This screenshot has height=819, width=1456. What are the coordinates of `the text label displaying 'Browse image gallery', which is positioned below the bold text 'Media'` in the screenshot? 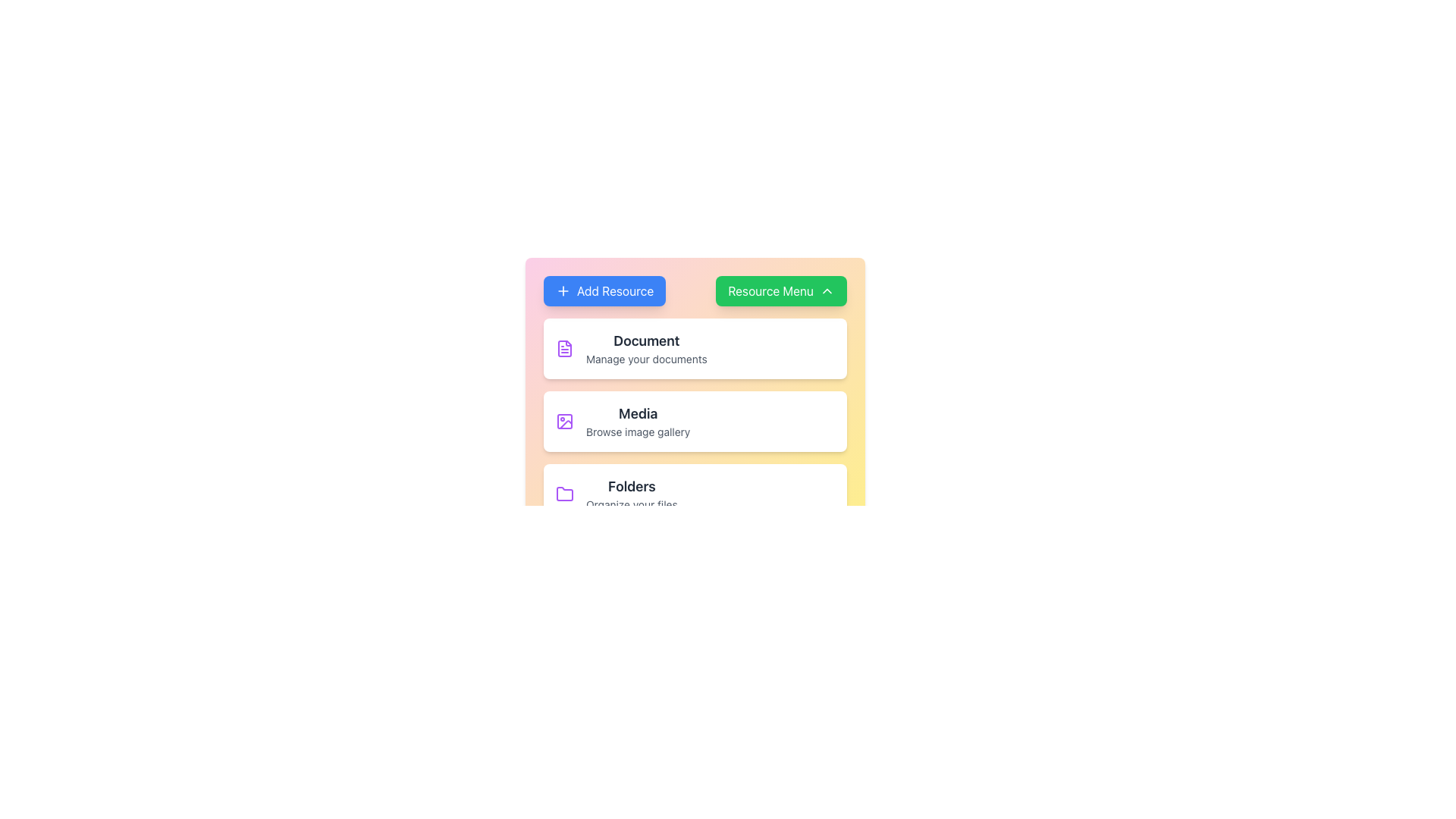 It's located at (638, 432).